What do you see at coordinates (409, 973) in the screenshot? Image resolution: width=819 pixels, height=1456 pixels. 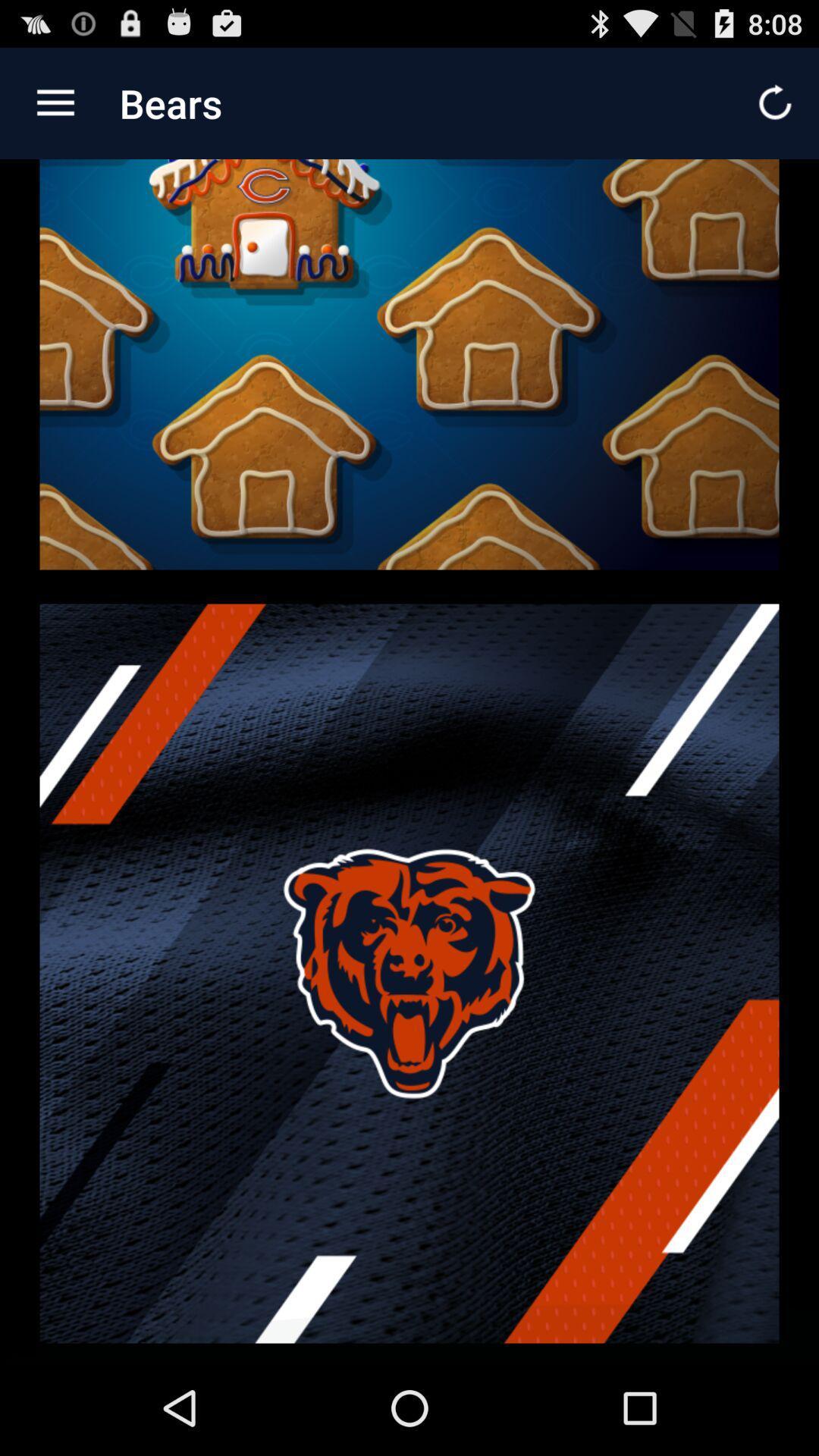 I see `icon at the bottom` at bounding box center [409, 973].